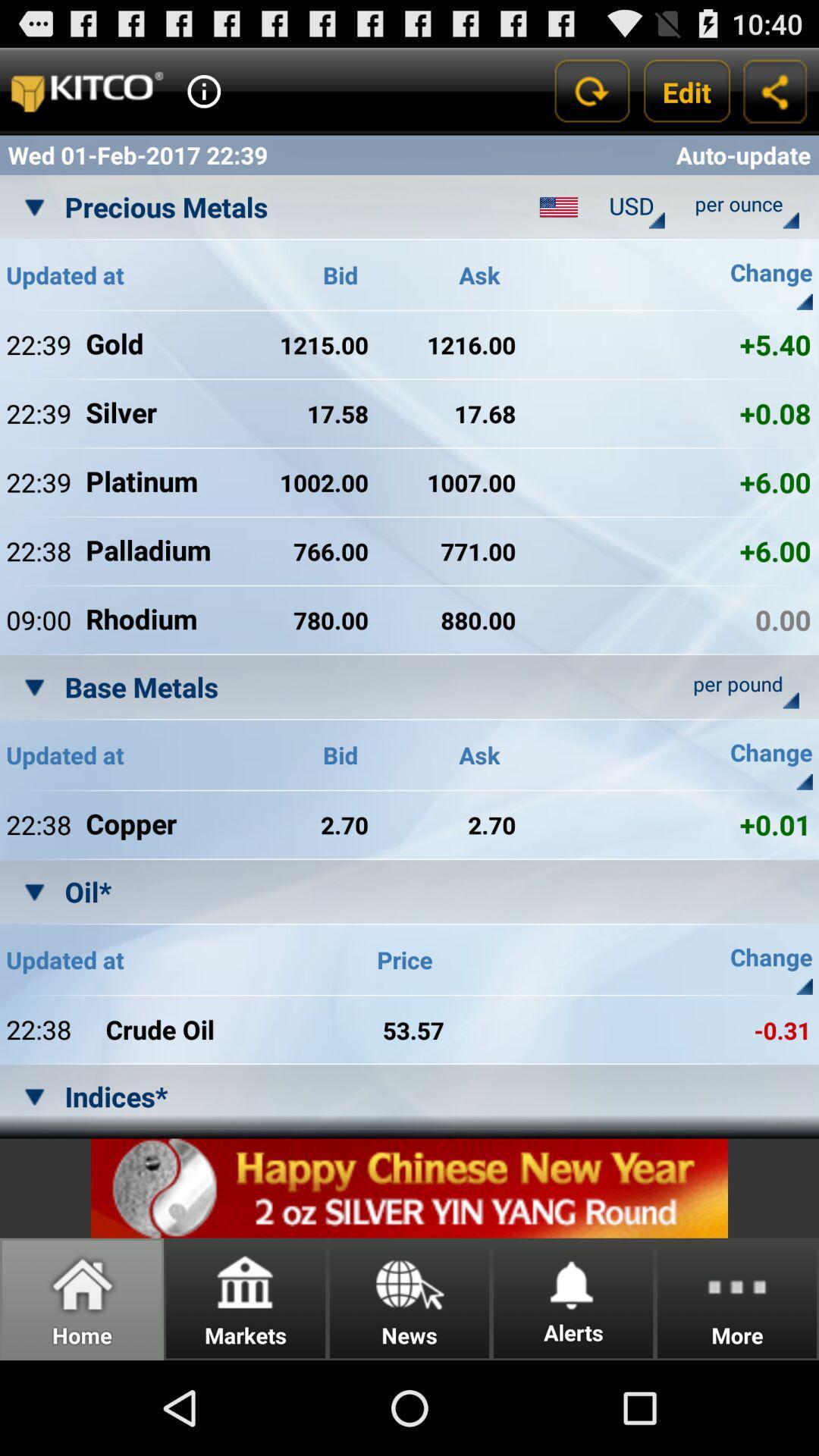  What do you see at coordinates (775, 90) in the screenshot?
I see `share data` at bounding box center [775, 90].